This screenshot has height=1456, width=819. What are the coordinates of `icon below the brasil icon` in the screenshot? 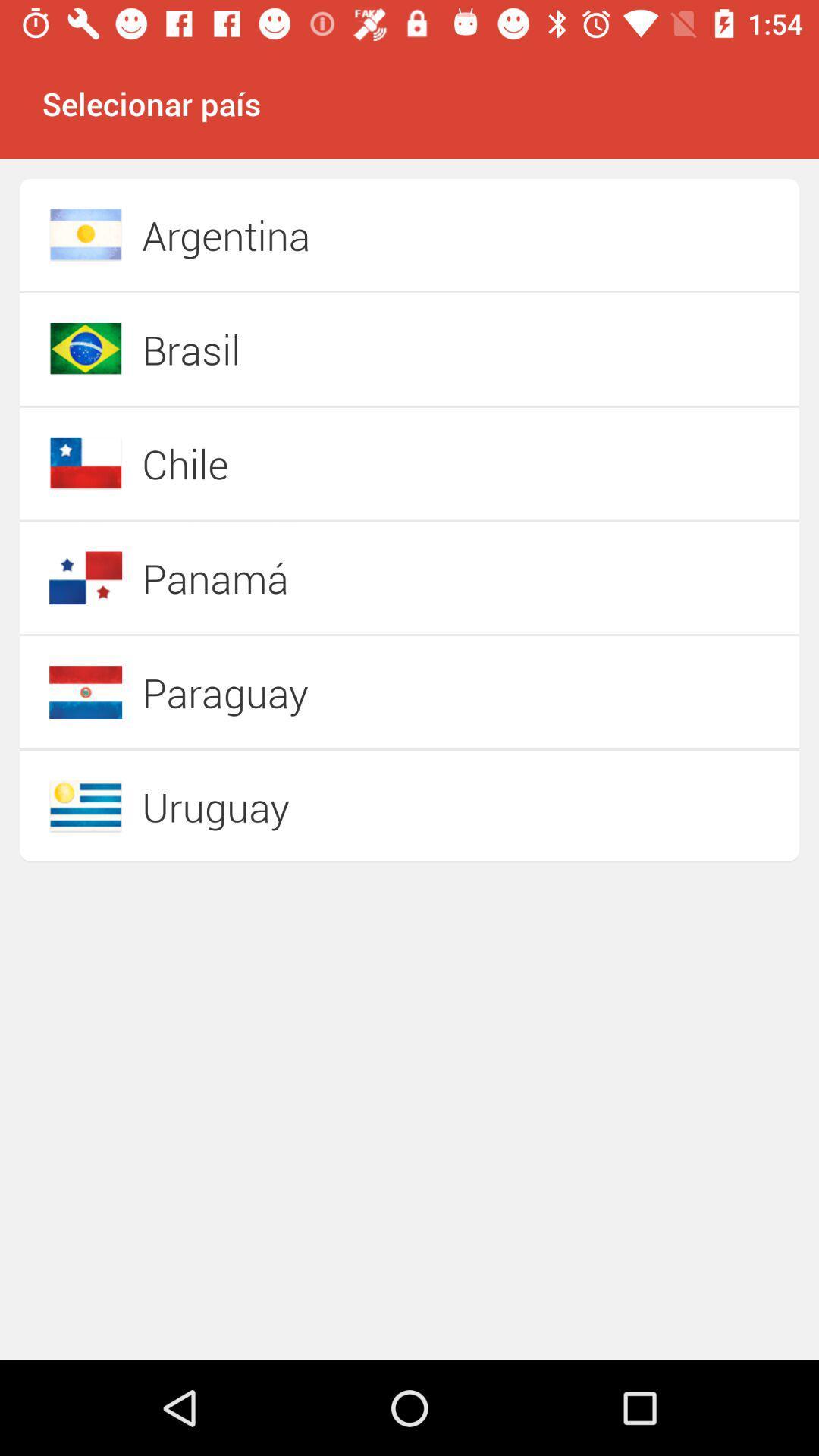 It's located at (356, 463).